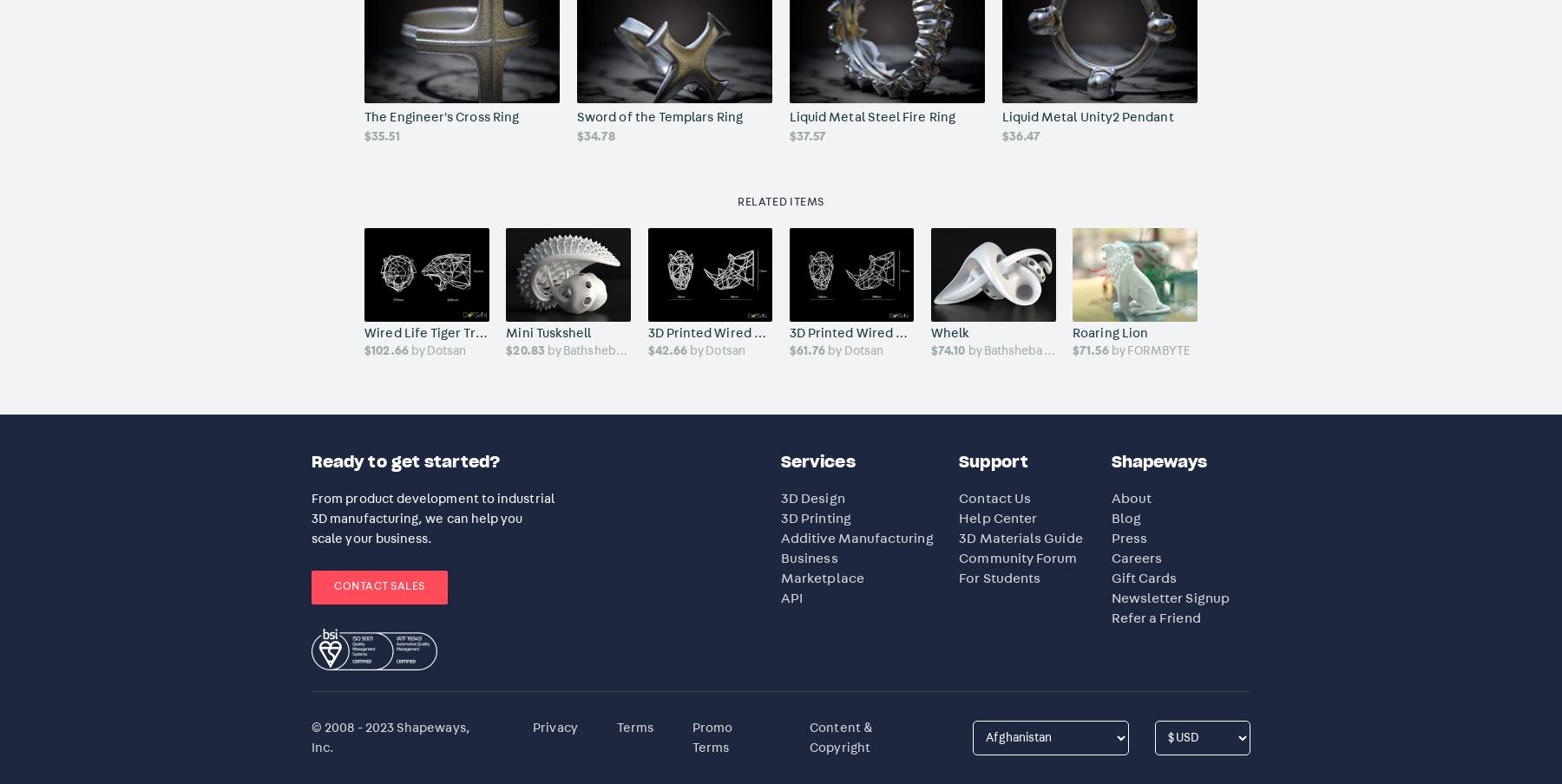  Describe the element at coordinates (992, 461) in the screenshot. I see `'Support'` at that location.